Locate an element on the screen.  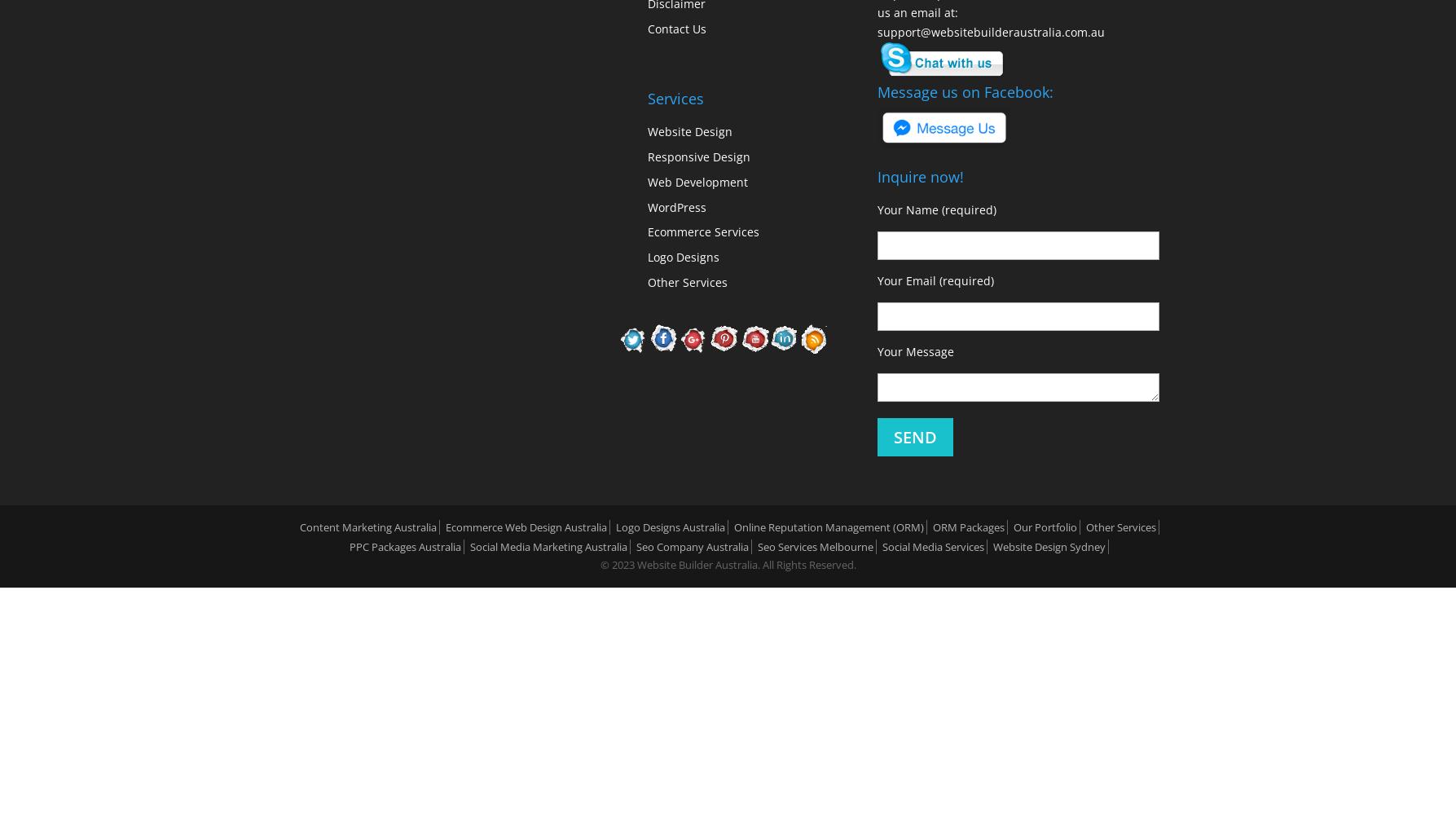
'Social Media Services' is located at coordinates (933, 546).